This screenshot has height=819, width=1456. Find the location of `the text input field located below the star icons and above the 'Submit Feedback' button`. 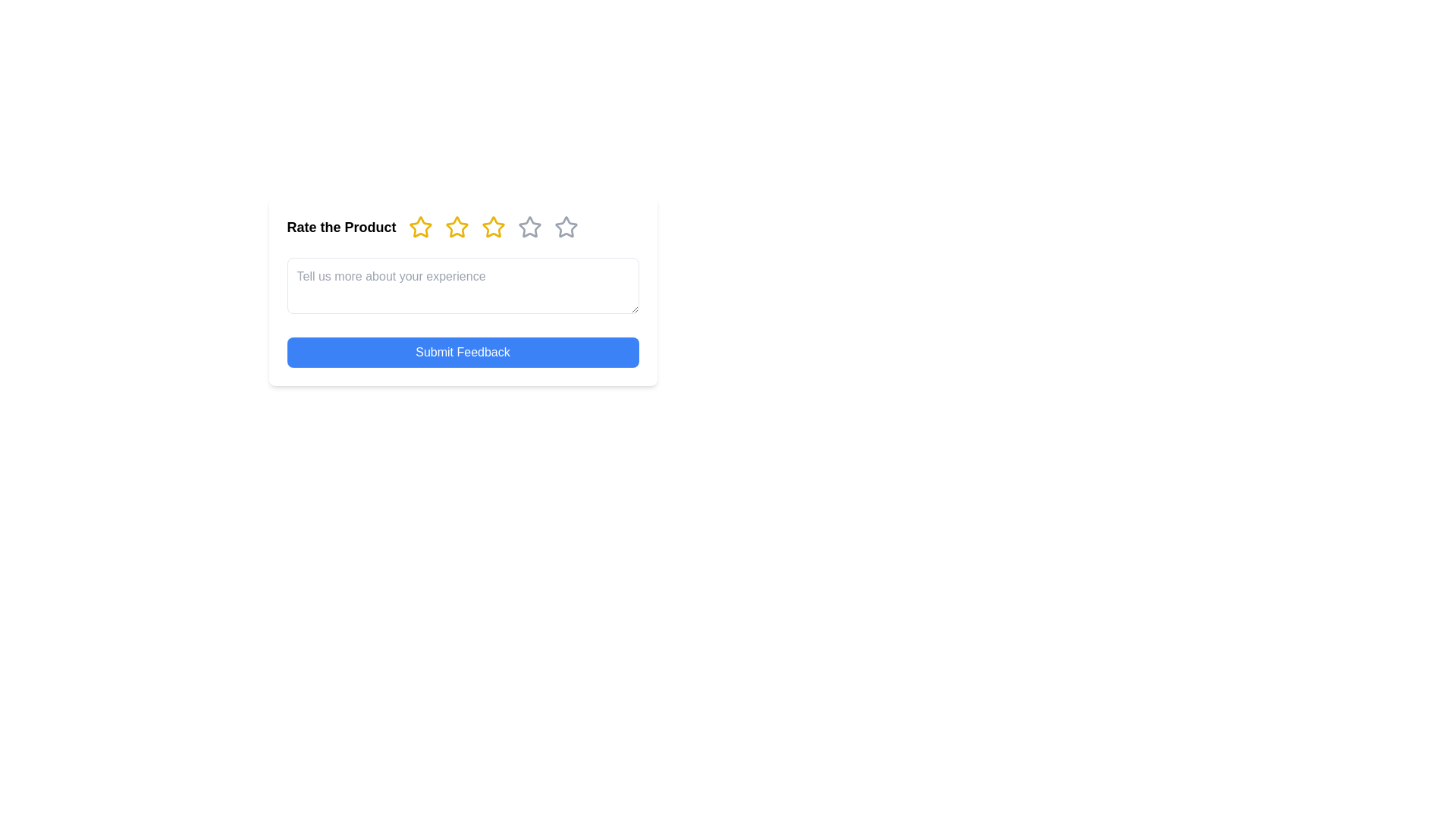

the text input field located below the star icons and above the 'Submit Feedback' button is located at coordinates (462, 286).